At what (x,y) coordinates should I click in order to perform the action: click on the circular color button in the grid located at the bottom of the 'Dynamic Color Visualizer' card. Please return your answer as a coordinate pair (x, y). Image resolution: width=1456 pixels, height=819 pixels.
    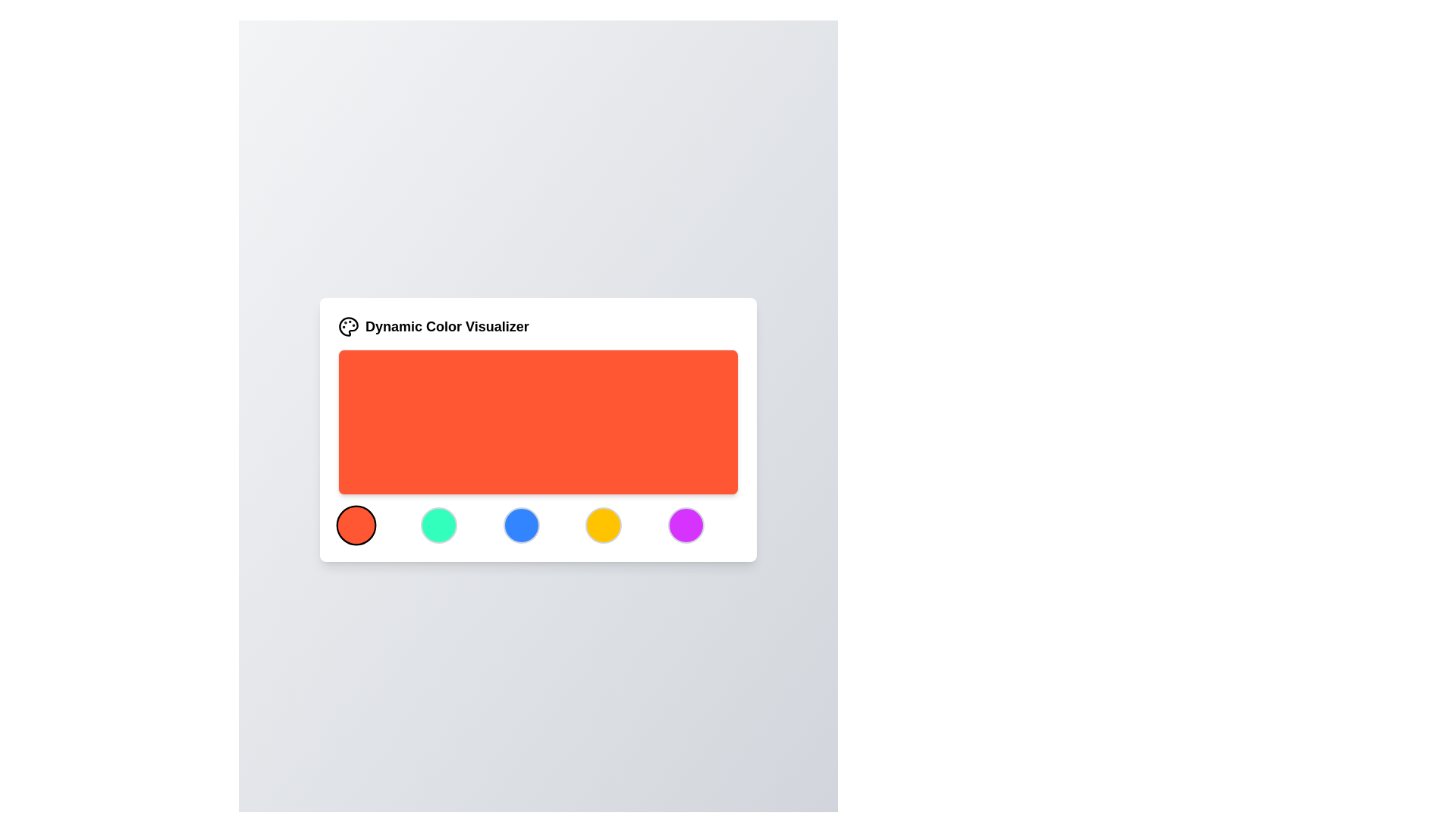
    Looking at the image, I should click on (538, 525).